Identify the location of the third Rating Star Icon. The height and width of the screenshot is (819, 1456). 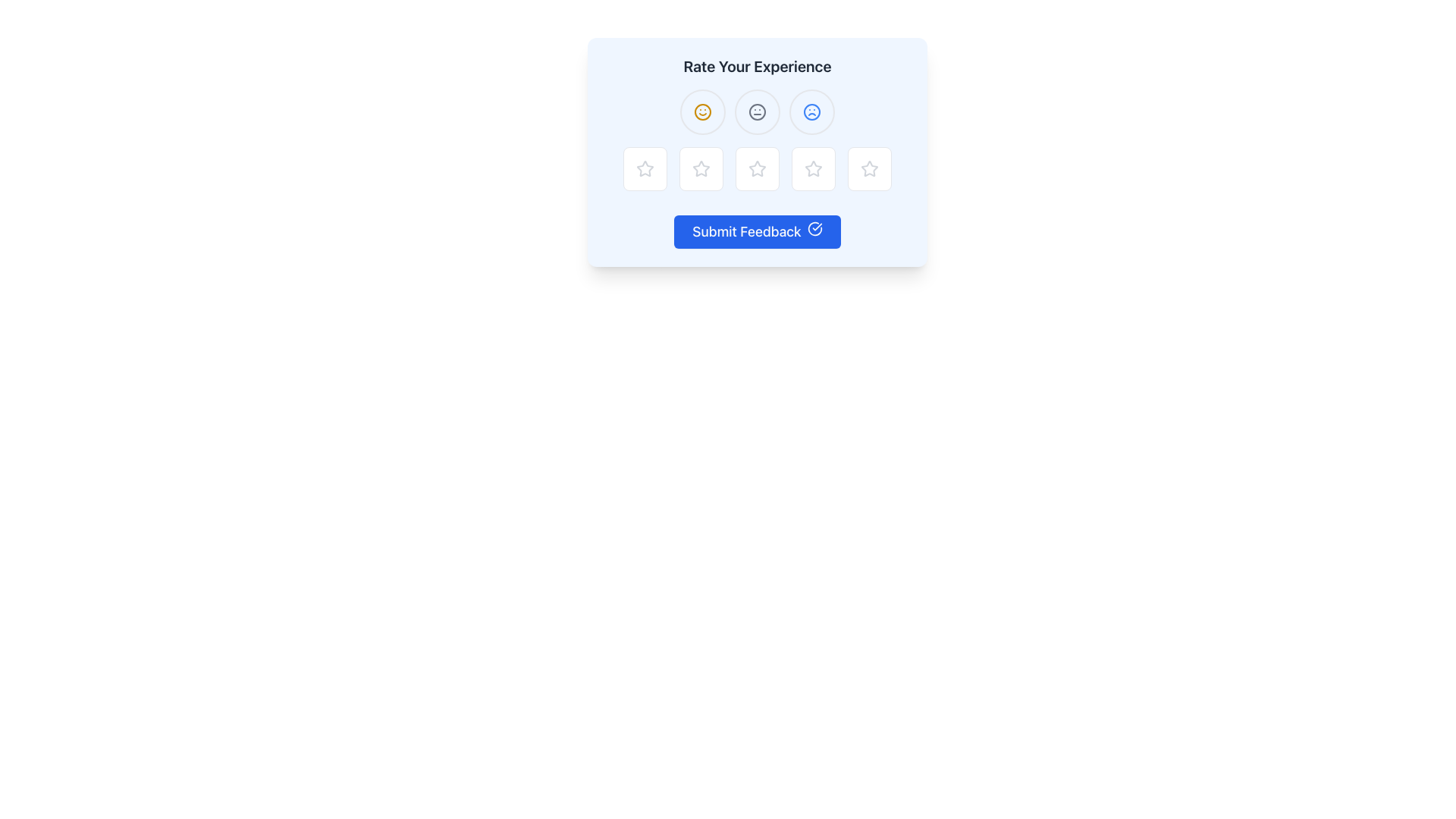
(757, 168).